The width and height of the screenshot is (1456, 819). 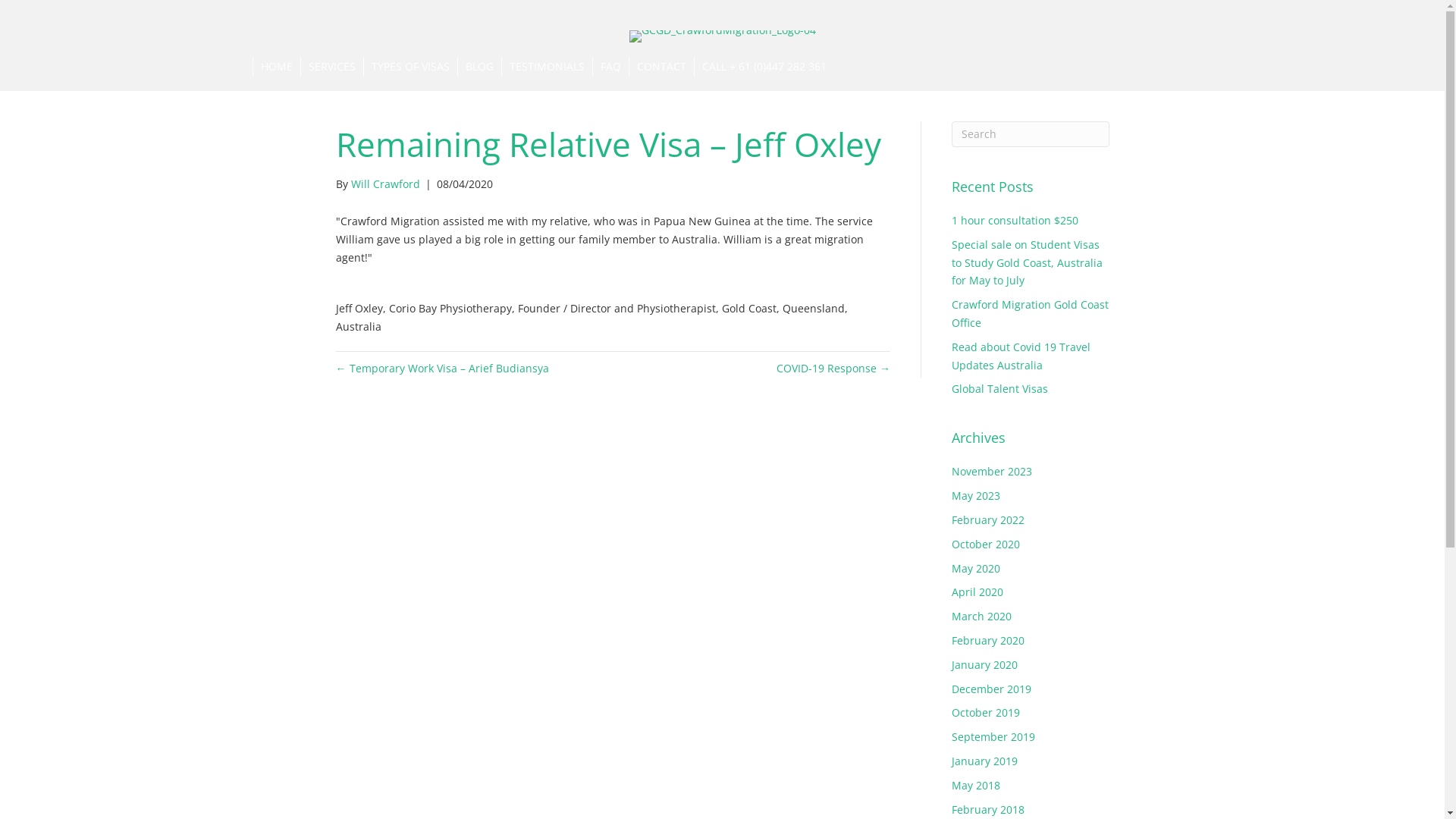 I want to click on 'March 2020', so click(x=950, y=616).